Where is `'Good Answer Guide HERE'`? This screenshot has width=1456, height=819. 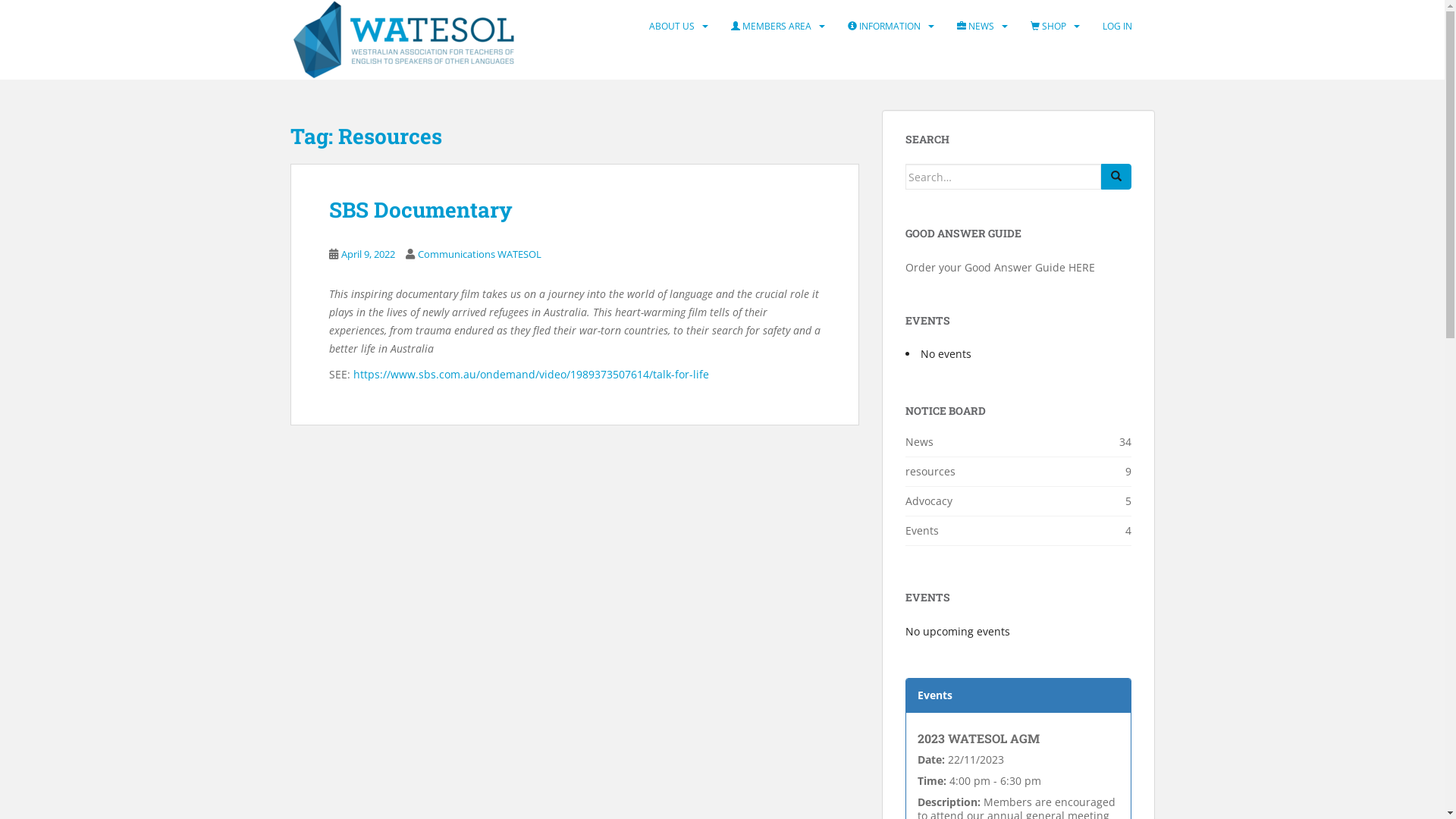 'Good Answer Guide HERE' is located at coordinates (1030, 266).